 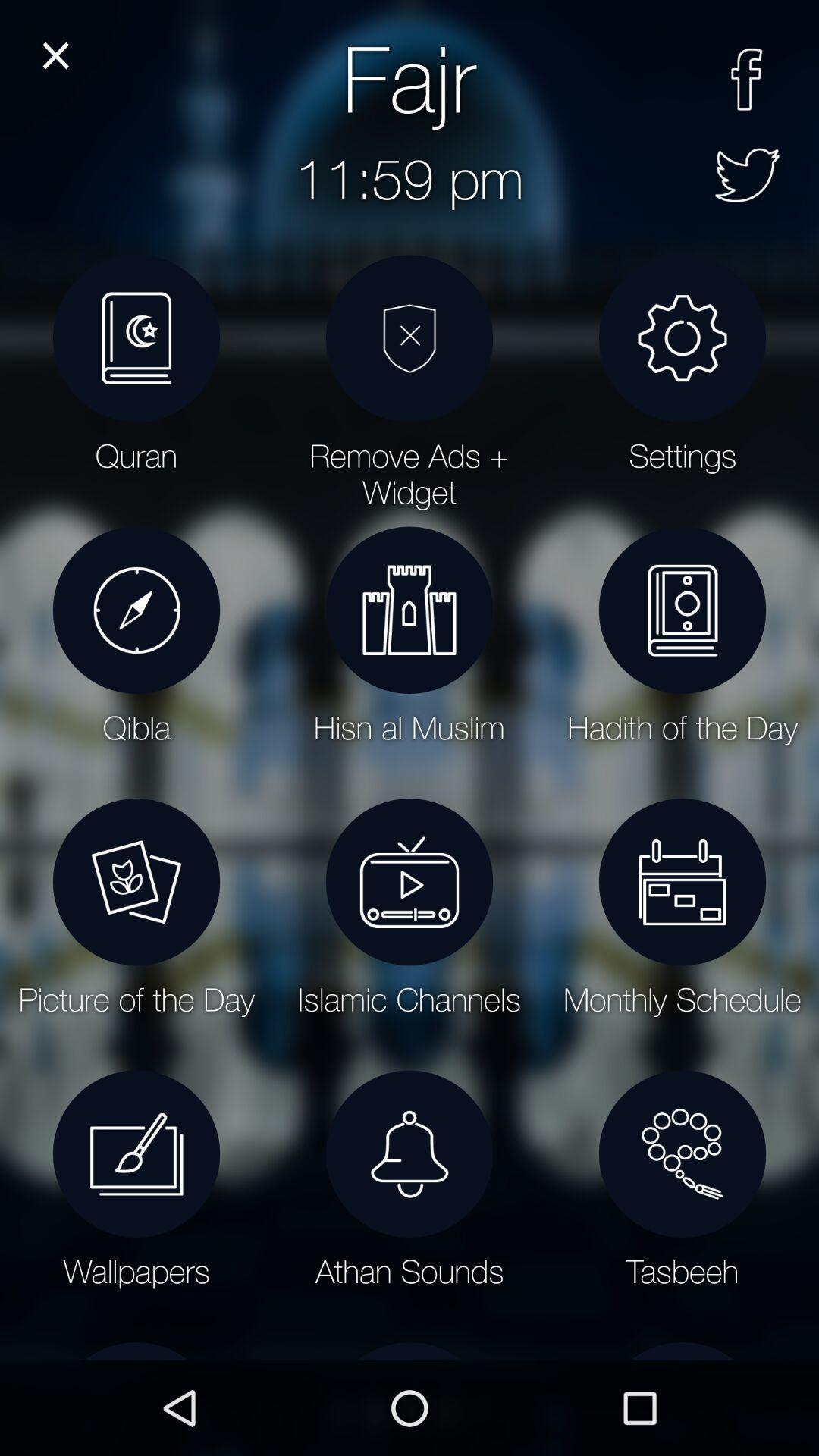 I want to click on the twitter icon, so click(x=746, y=174).